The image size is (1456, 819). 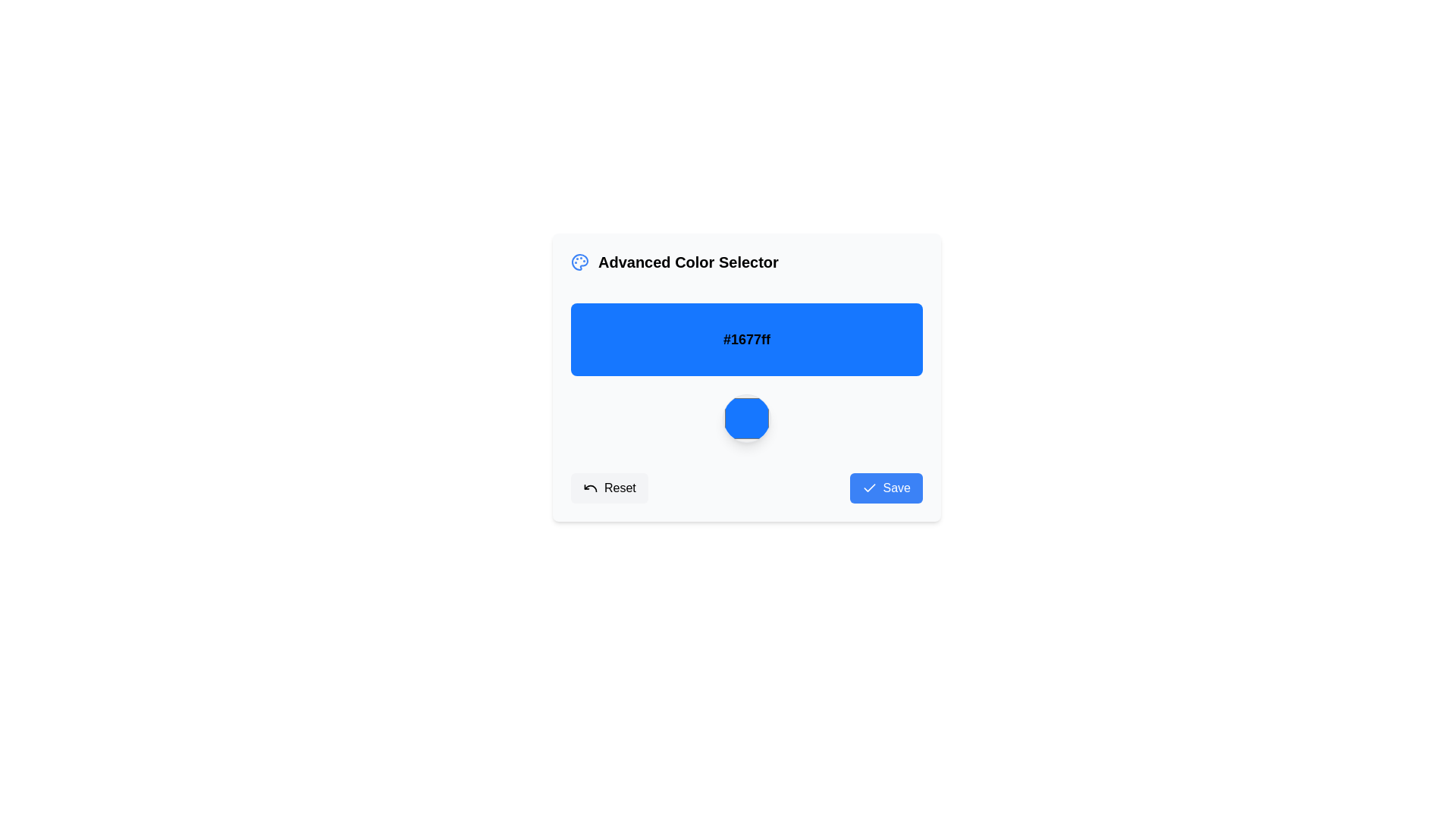 What do you see at coordinates (579, 262) in the screenshot?
I see `the decorative icon representing the color or palette selector feature located to the left of the 'Advanced Color Selector' text label in the header section` at bounding box center [579, 262].